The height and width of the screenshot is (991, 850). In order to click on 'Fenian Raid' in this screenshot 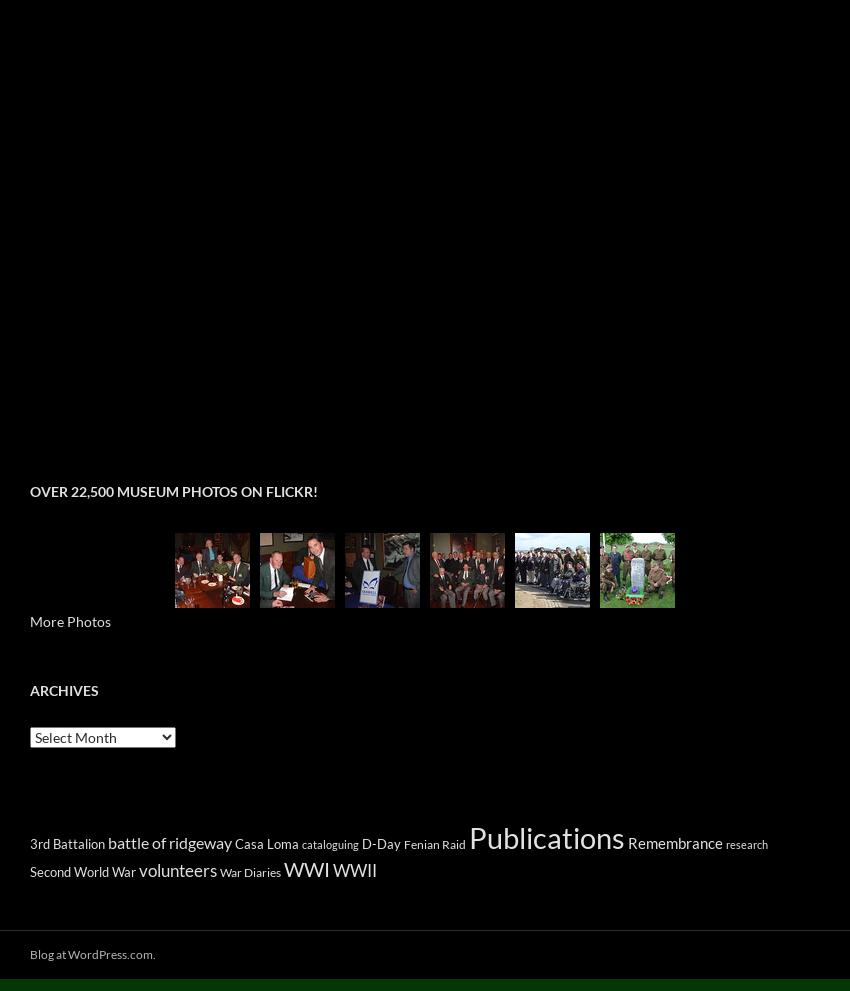, I will do `click(404, 843)`.